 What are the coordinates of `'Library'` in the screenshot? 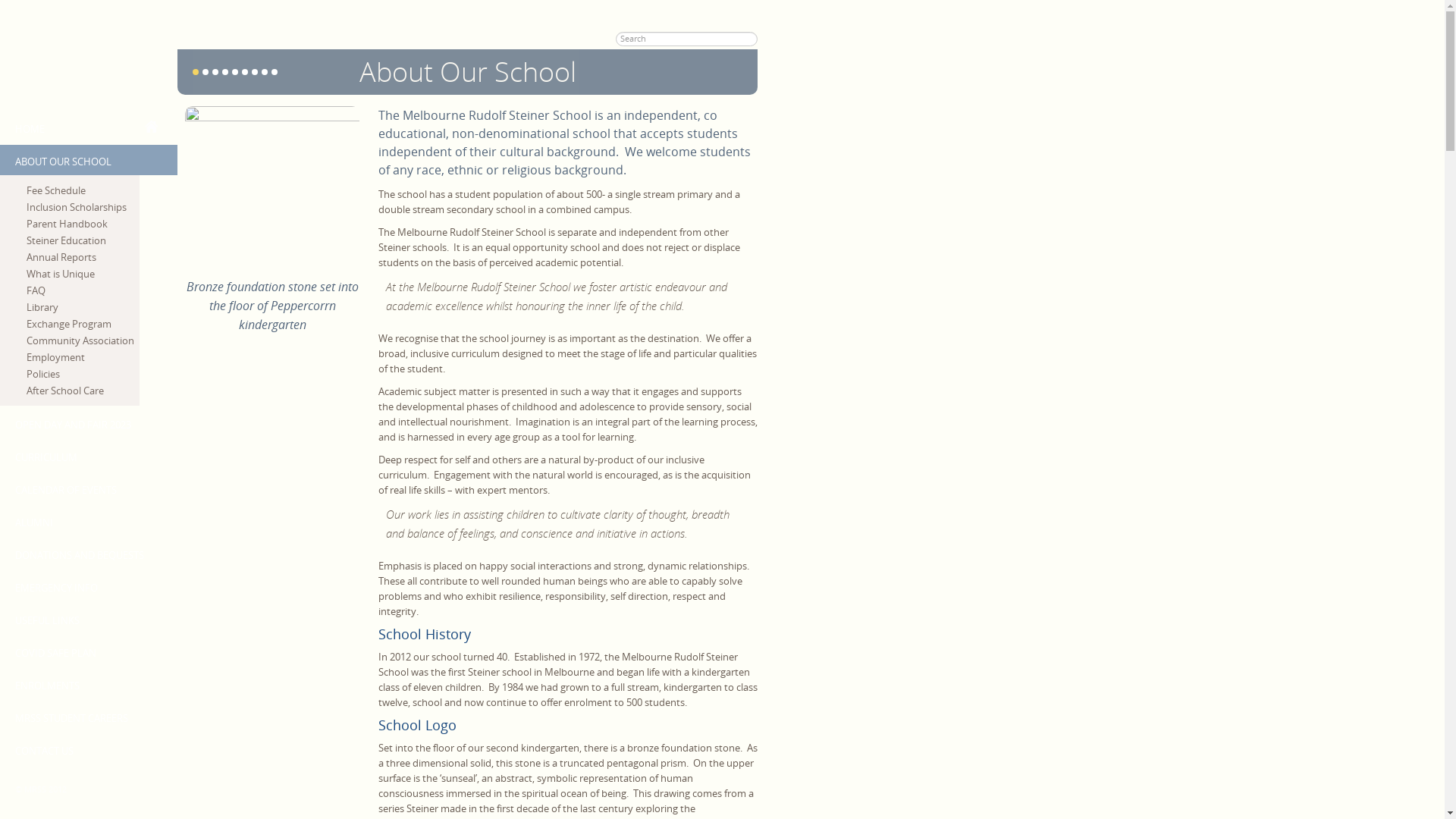 It's located at (26, 307).